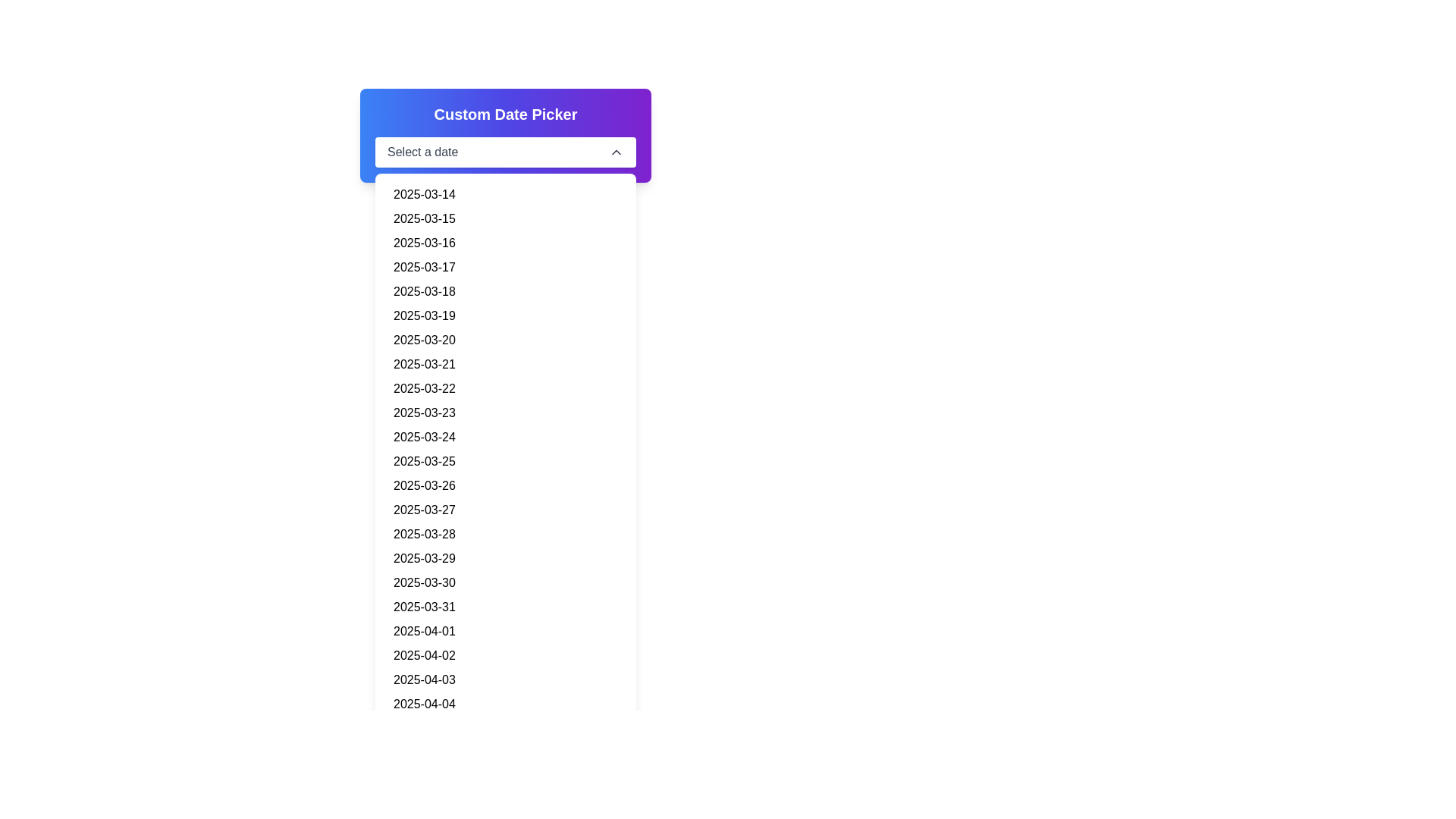 This screenshot has width=1456, height=819. What do you see at coordinates (506, 534) in the screenshot?
I see `the List item displaying the date '2025-03-28' in the dropdown` at bounding box center [506, 534].